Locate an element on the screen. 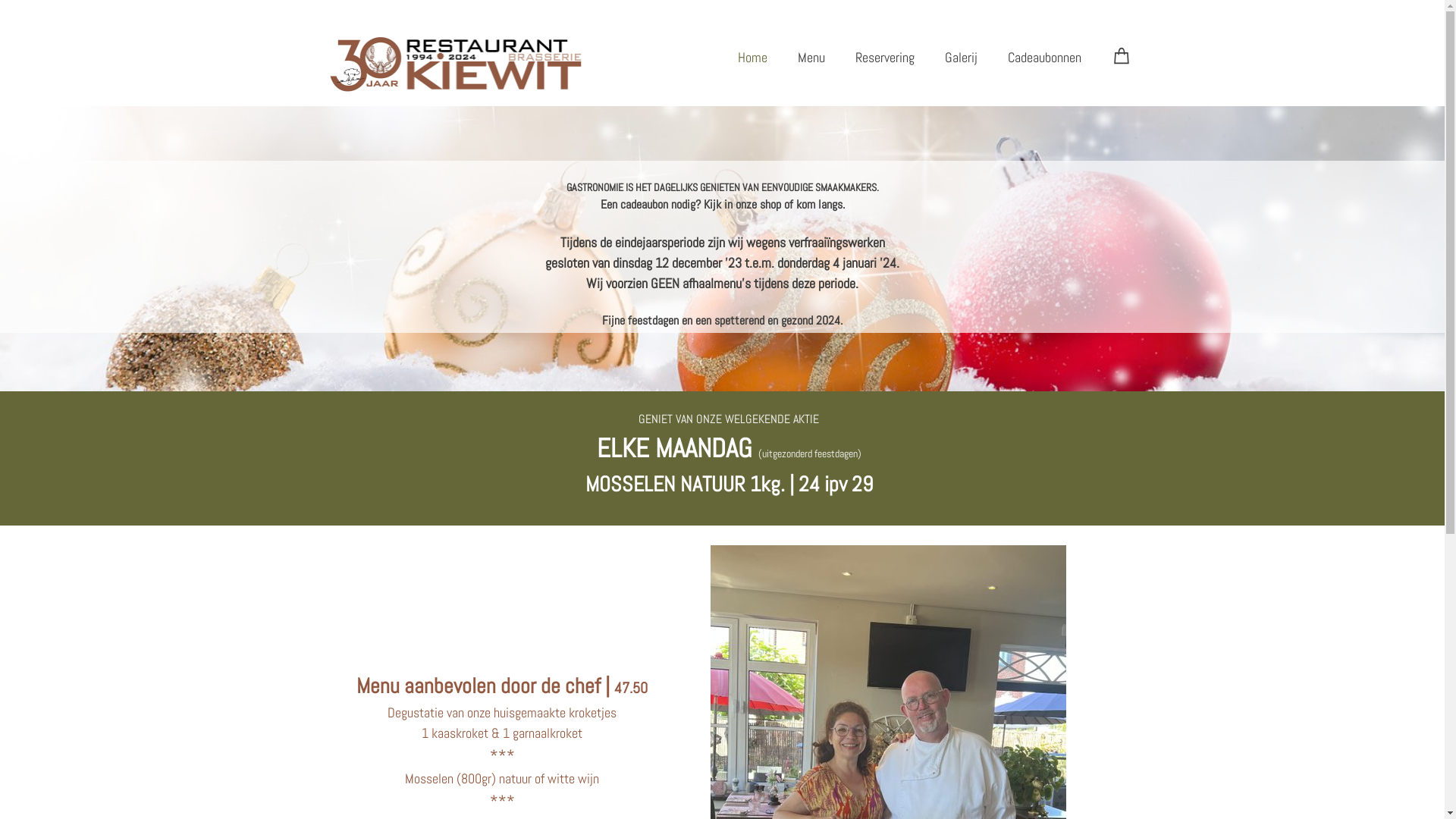  'Galerij' is located at coordinates (960, 56).